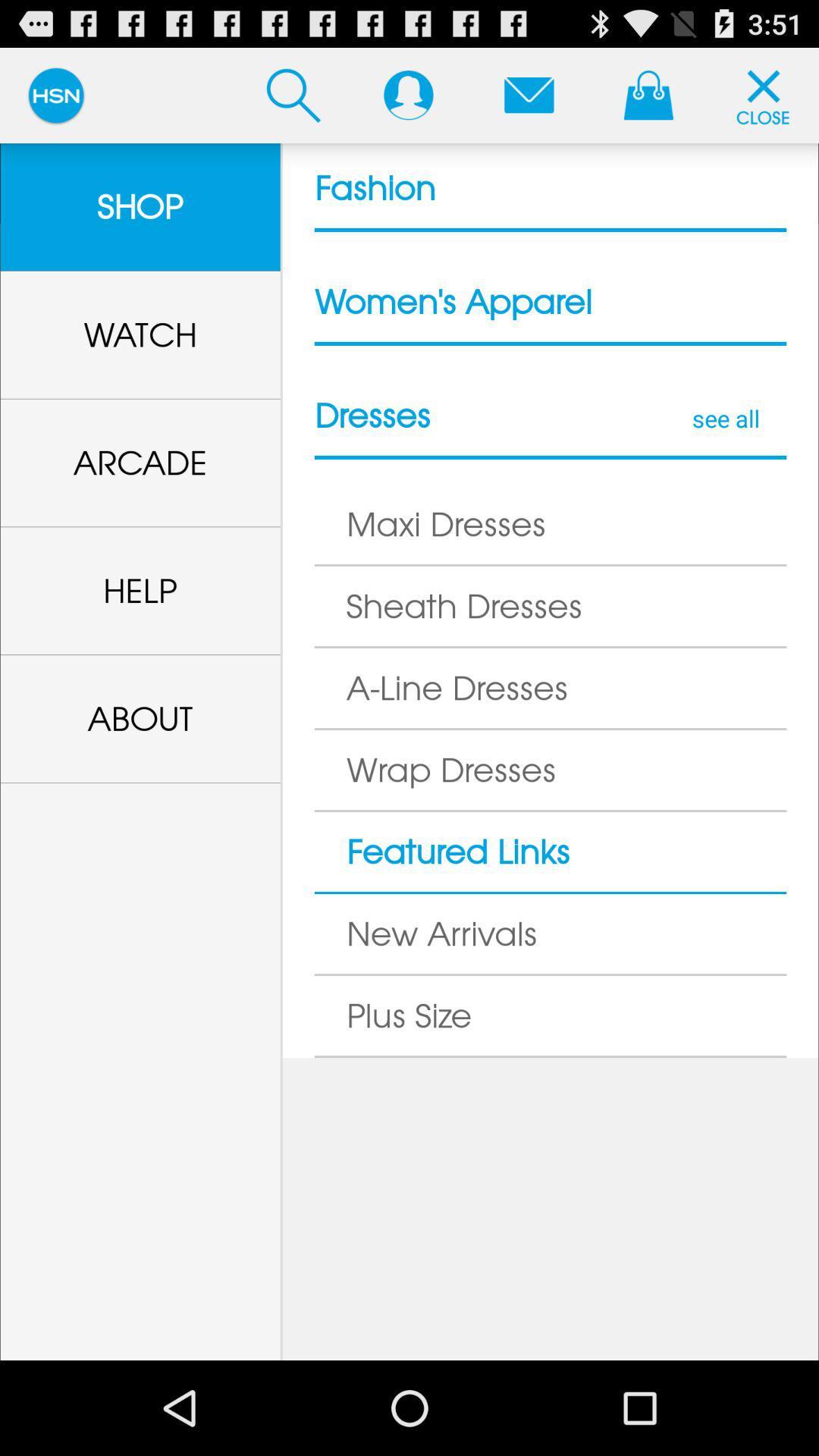  Describe the element at coordinates (407, 94) in the screenshot. I see `profile button` at that location.